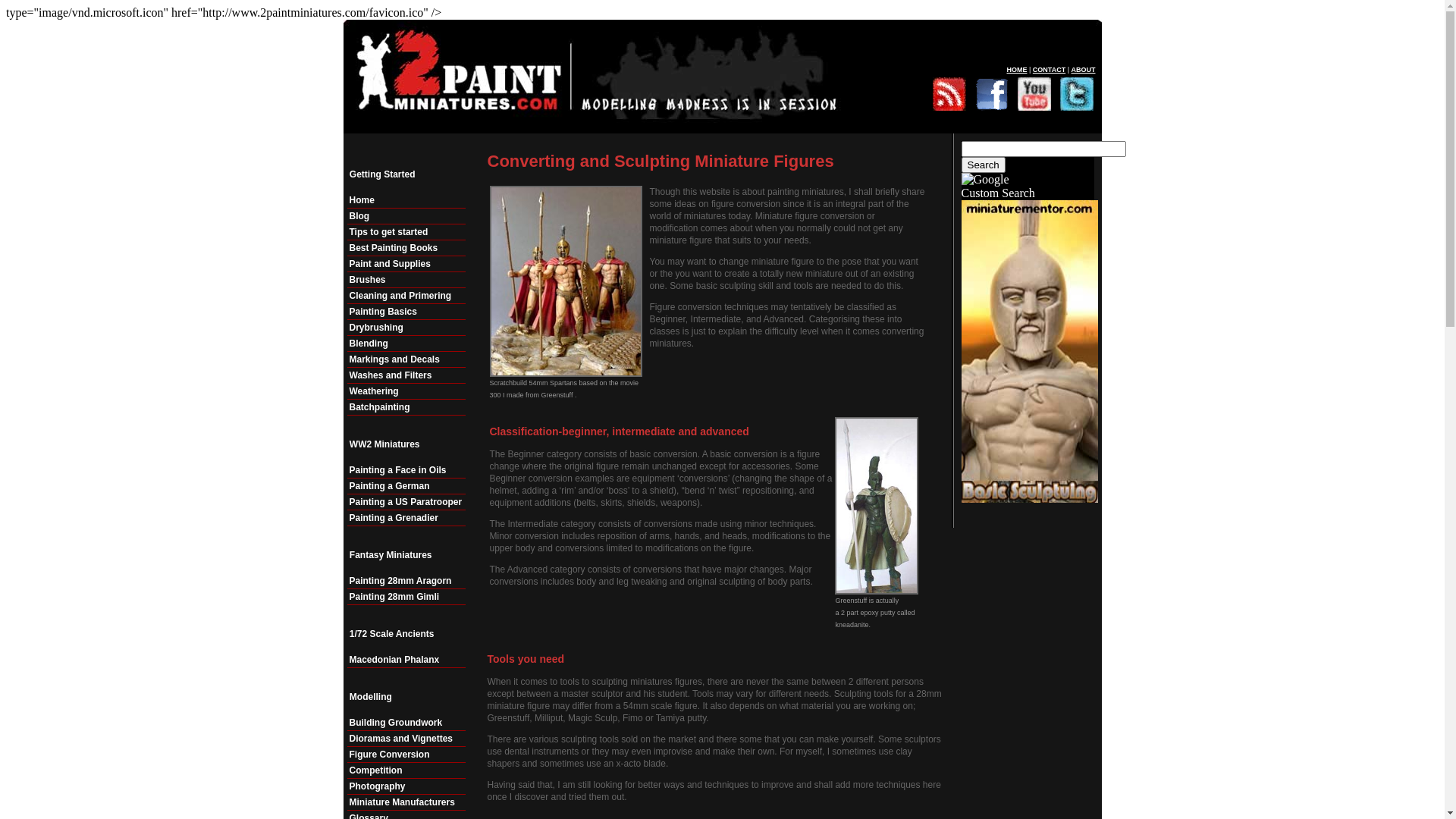 Image resolution: width=1456 pixels, height=819 pixels. I want to click on 'ABOUT', so click(1082, 70).